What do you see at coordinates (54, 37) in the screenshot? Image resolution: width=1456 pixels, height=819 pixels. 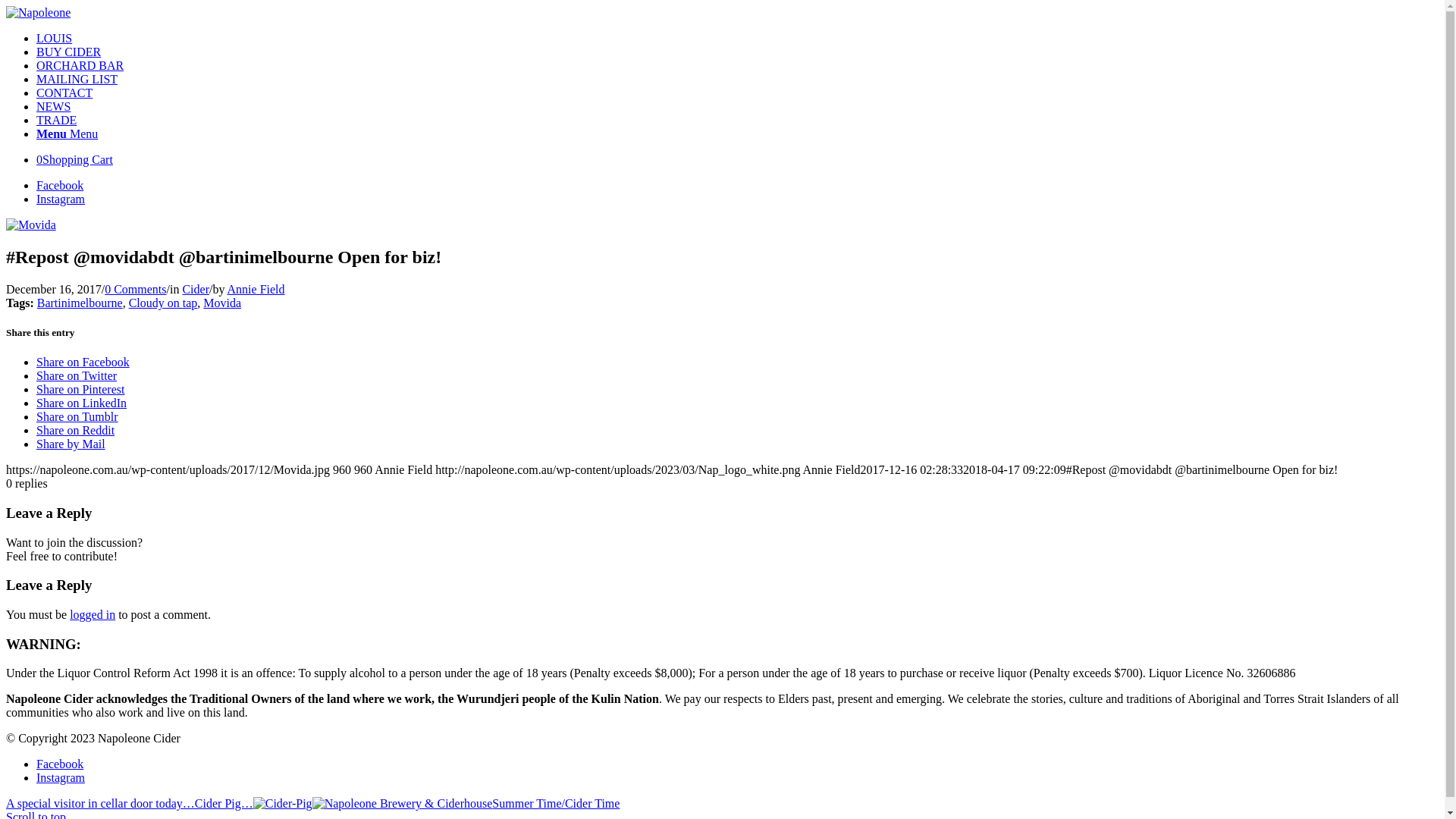 I see `'LOUIS'` at bounding box center [54, 37].